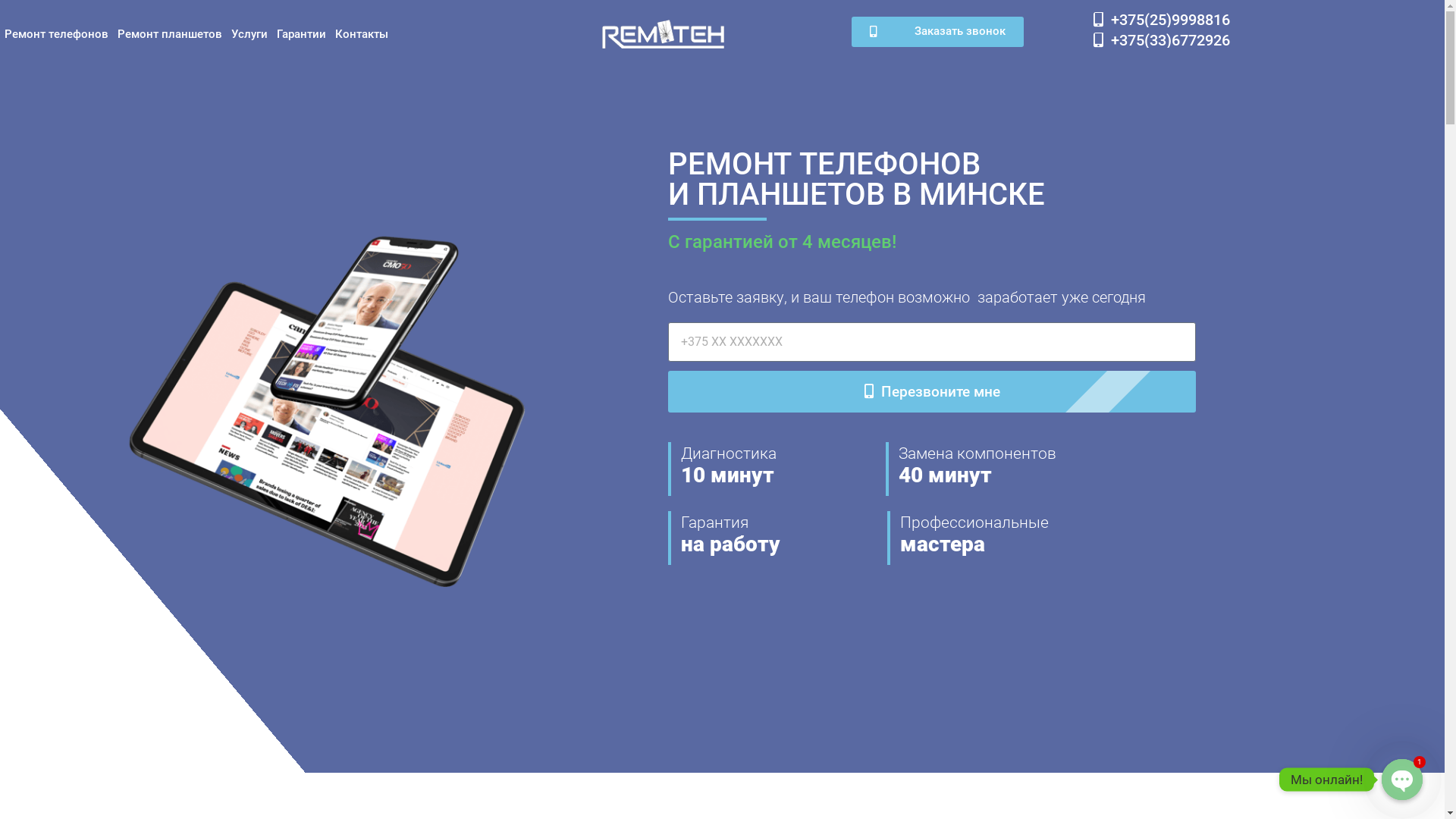 This screenshot has width=1456, height=819. I want to click on '+375(33)6772926', so click(1160, 39).